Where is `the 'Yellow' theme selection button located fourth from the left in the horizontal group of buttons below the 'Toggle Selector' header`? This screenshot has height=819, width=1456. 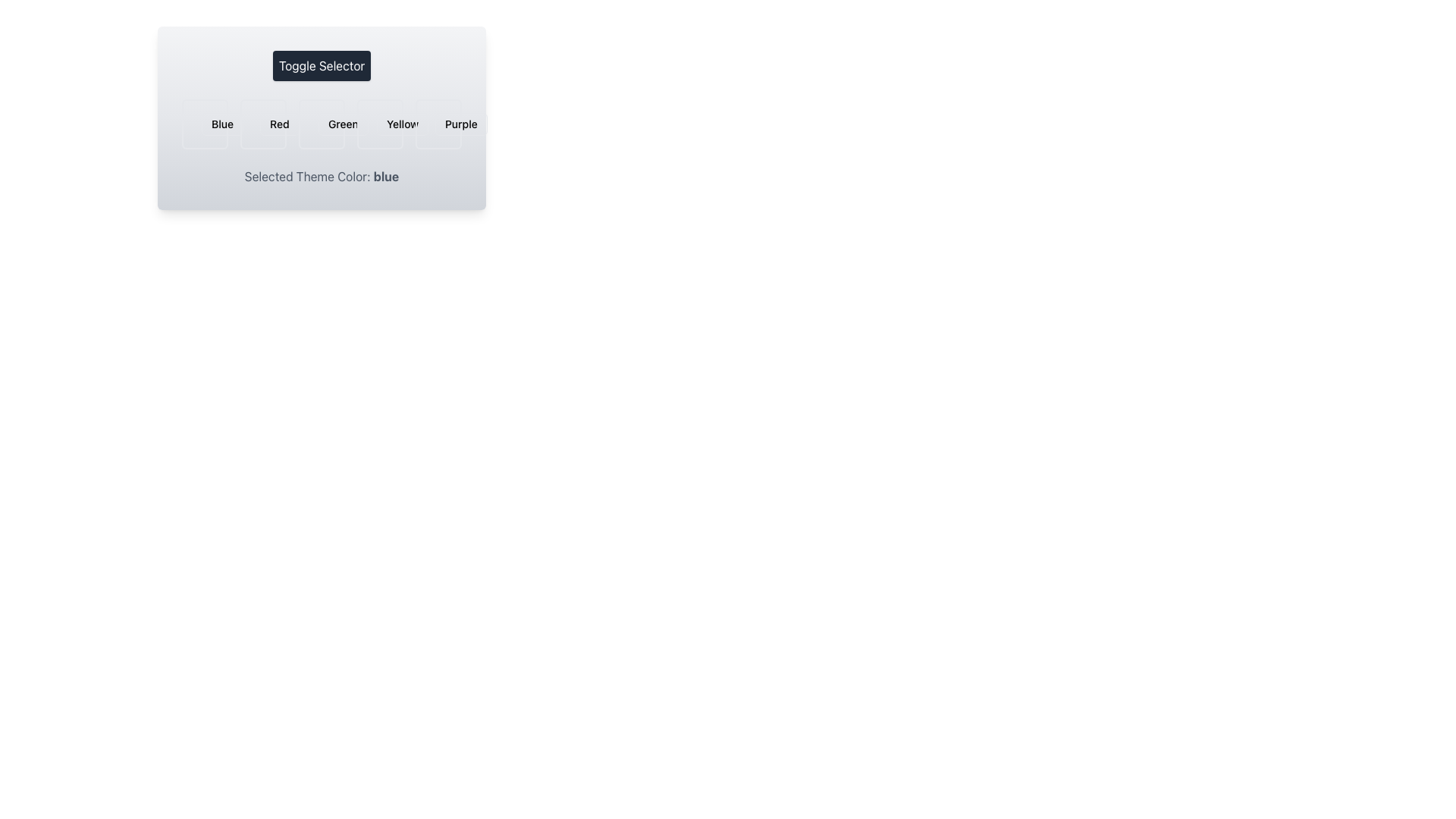
the 'Yellow' theme selection button located fourth from the left in the horizontal group of buttons below the 'Toggle Selector' header is located at coordinates (403, 124).